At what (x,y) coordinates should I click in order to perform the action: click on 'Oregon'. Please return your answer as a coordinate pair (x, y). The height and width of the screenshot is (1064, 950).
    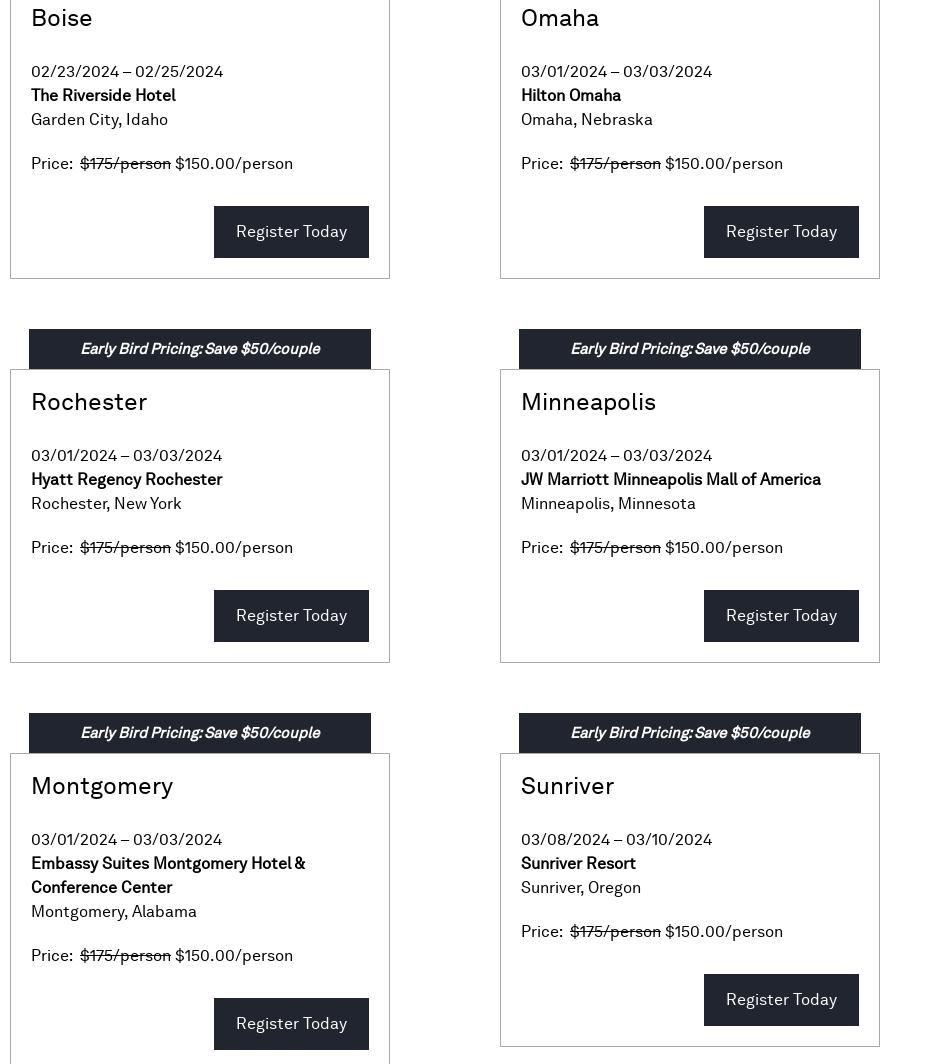
    Looking at the image, I should click on (614, 887).